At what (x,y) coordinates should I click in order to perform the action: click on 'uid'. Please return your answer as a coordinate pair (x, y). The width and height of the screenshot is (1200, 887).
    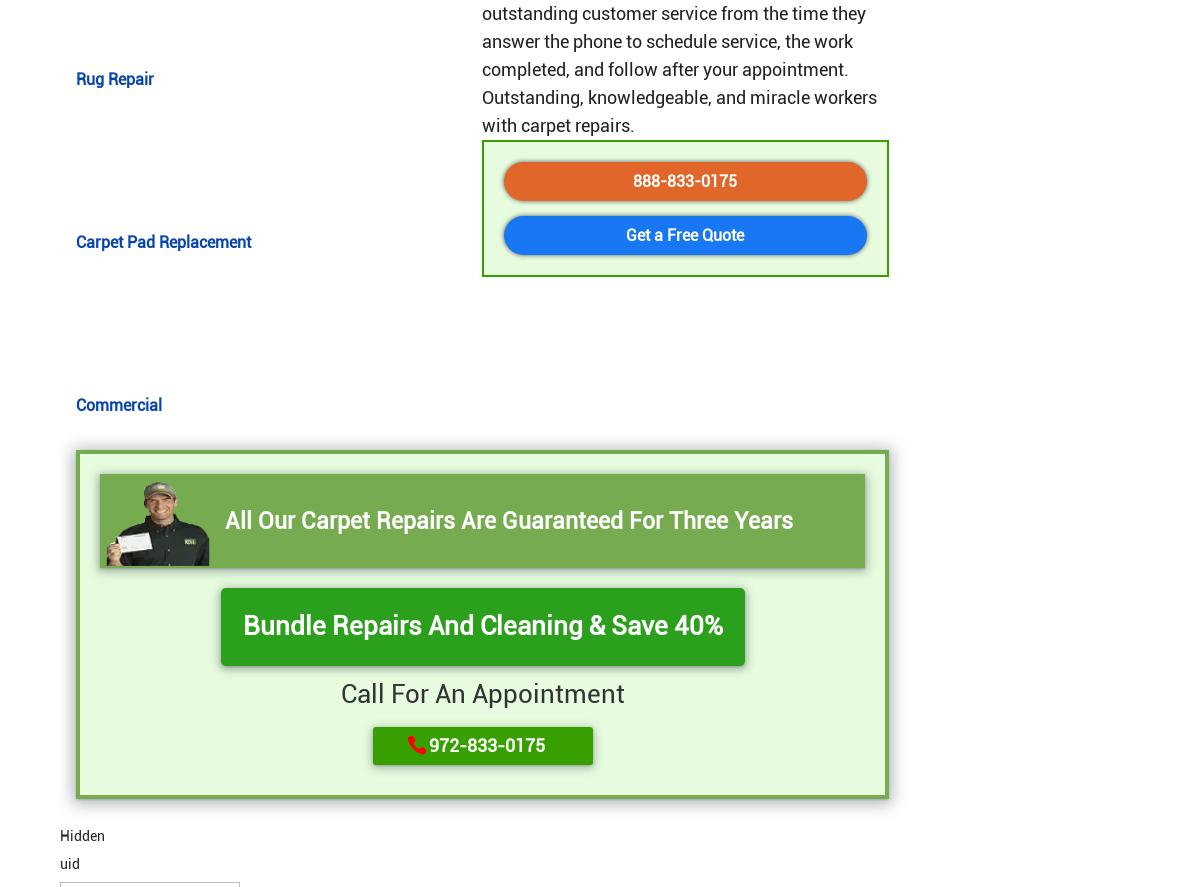
    Looking at the image, I should click on (69, 863).